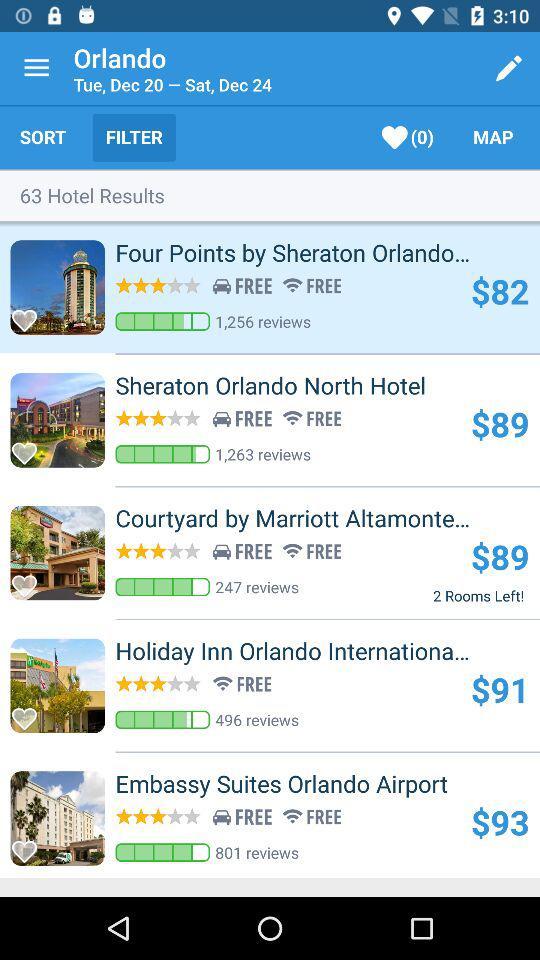 The image size is (540, 960). Describe the element at coordinates (29, 845) in the screenshot. I see `favorite` at that location.